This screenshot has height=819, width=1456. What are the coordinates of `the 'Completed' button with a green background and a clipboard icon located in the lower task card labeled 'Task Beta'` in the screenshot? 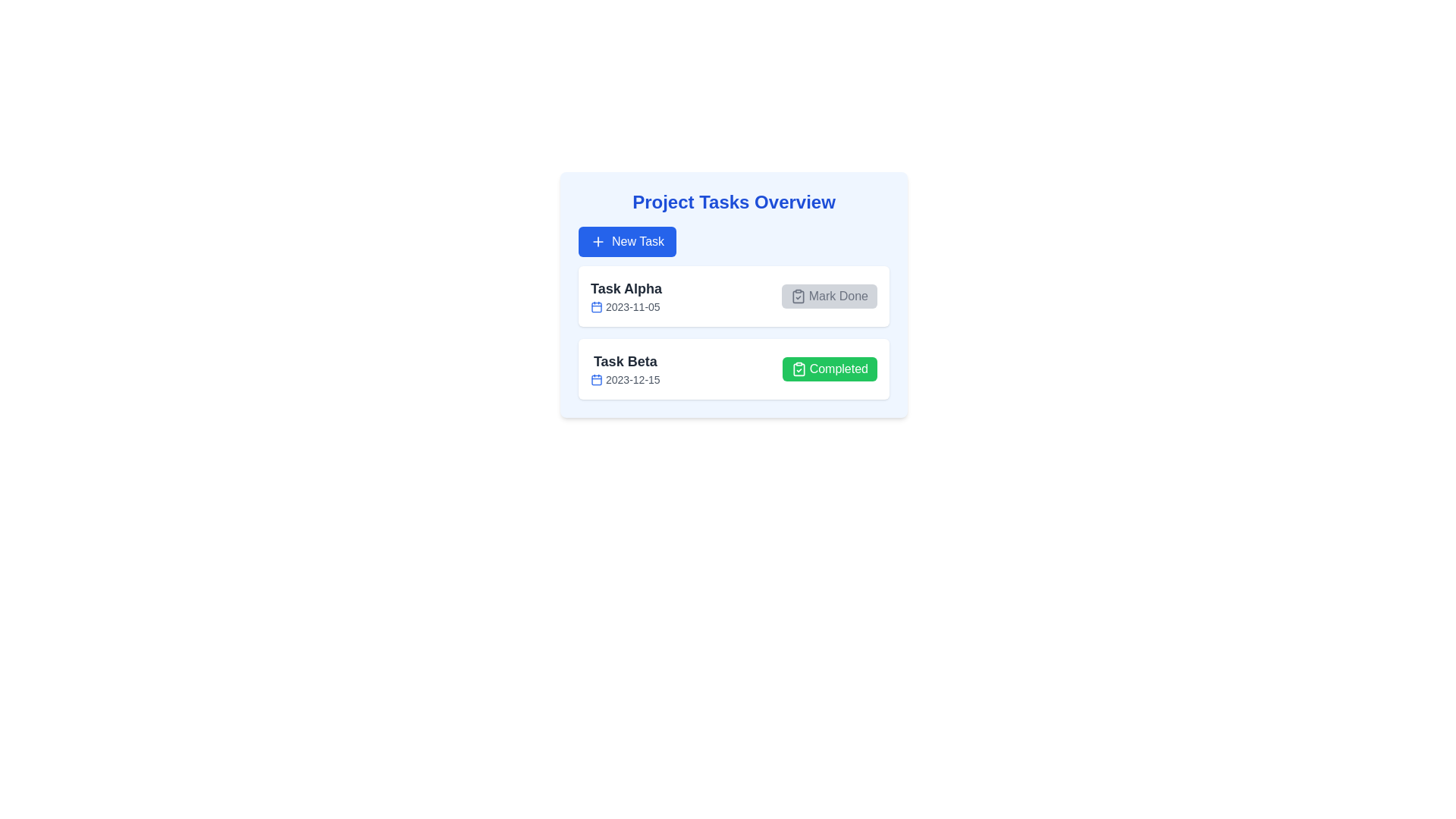 It's located at (829, 369).